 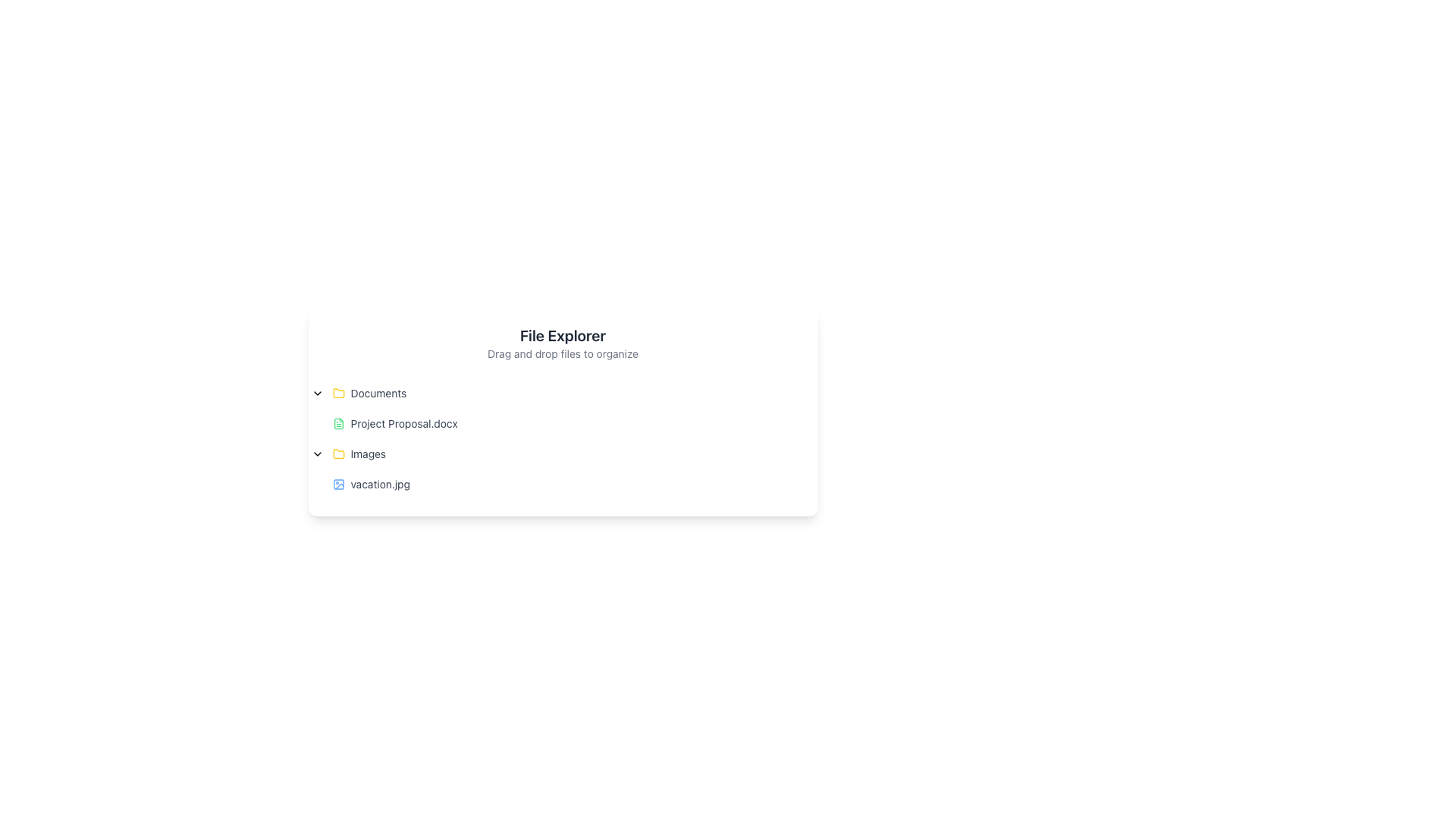 What do you see at coordinates (337, 453) in the screenshot?
I see `the 'Images' folder icon located immediately to the left of the text 'Images' in the file explorer` at bounding box center [337, 453].